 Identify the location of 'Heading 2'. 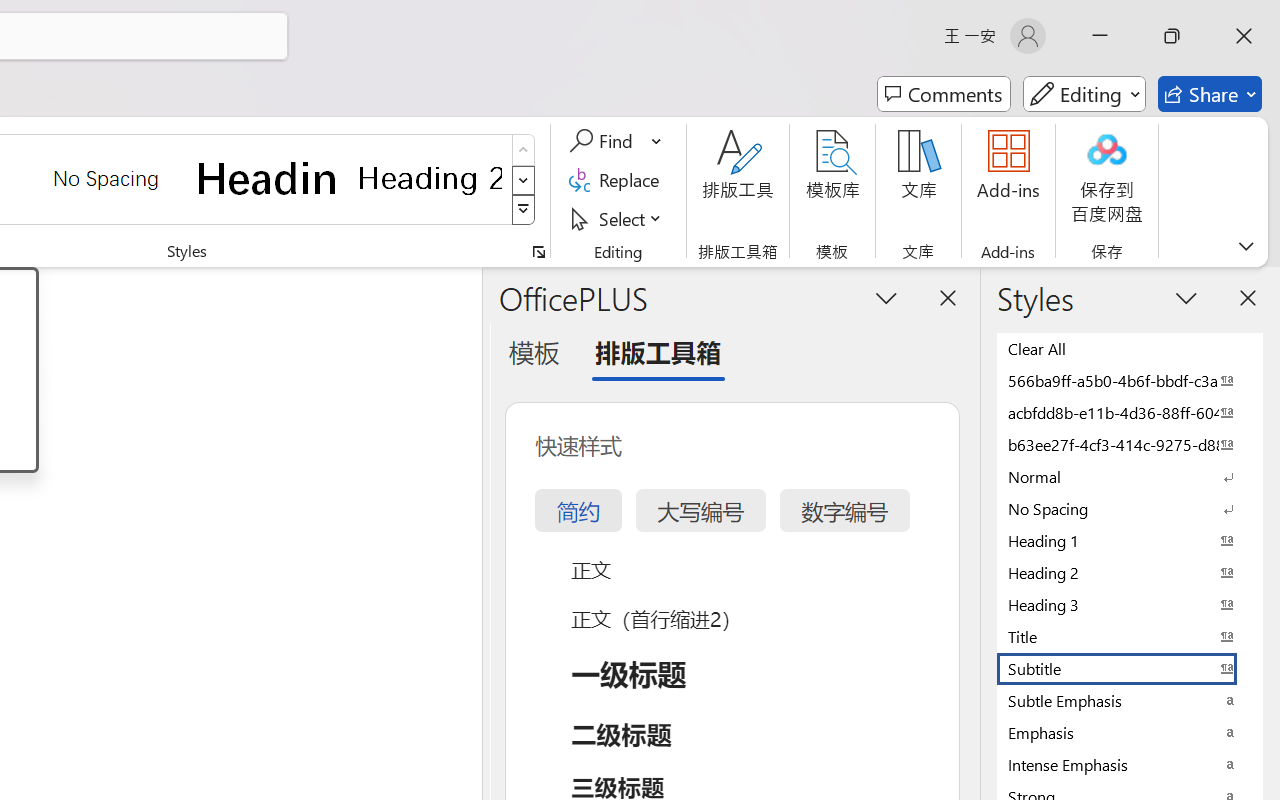
(429, 177).